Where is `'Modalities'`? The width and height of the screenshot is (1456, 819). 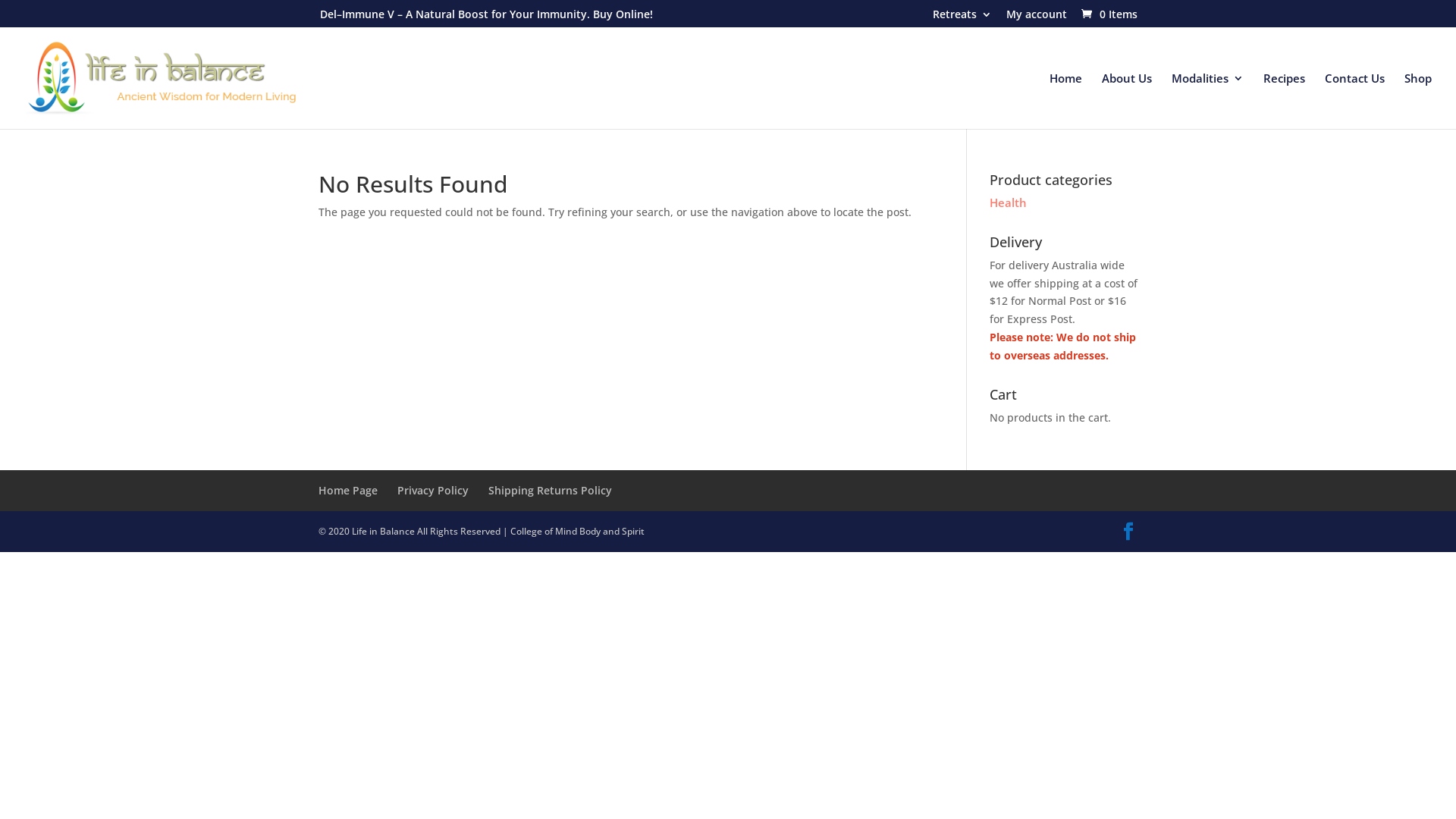 'Modalities' is located at coordinates (1171, 100).